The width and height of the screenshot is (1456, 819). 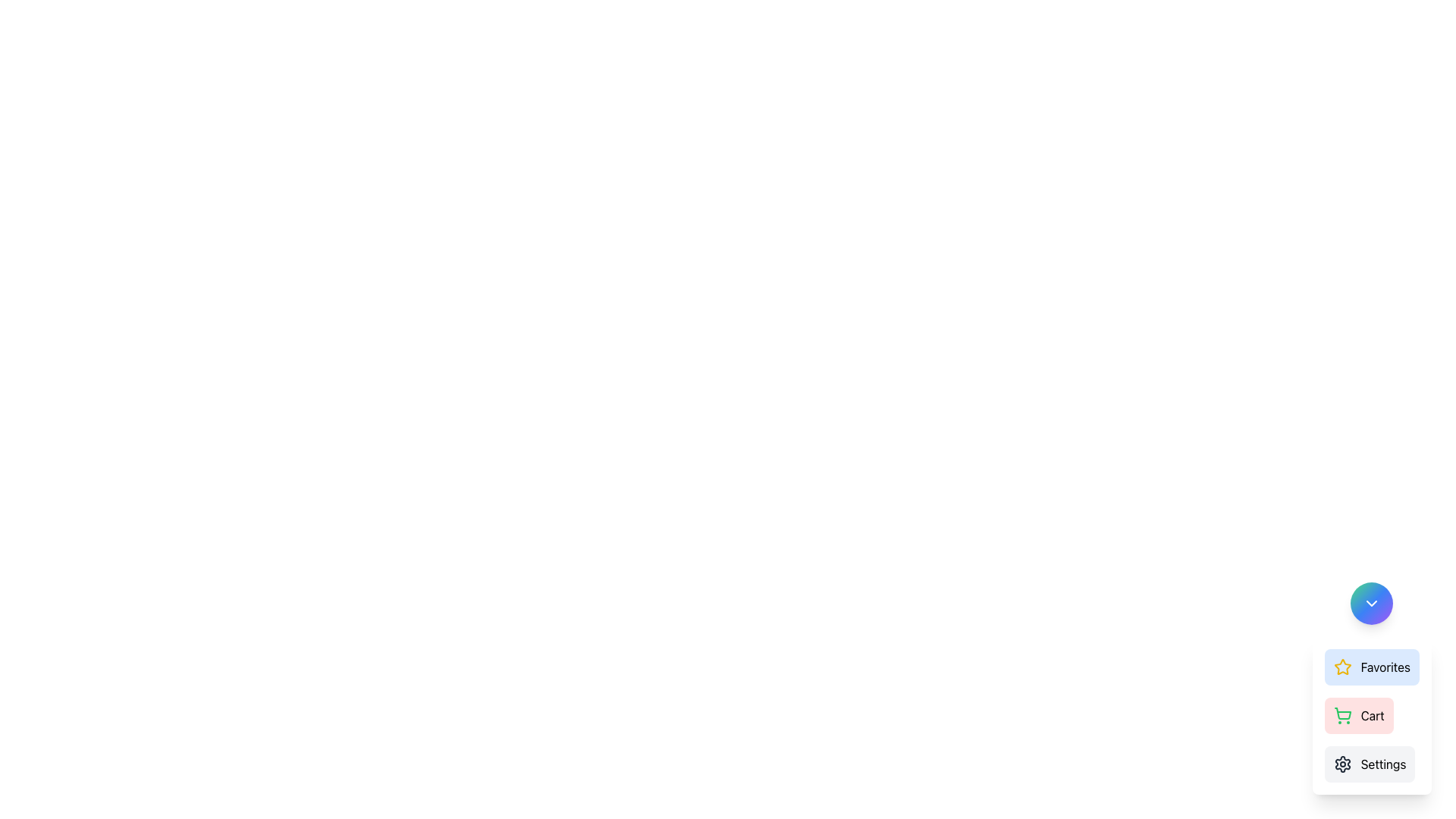 What do you see at coordinates (1342, 714) in the screenshot?
I see `the shopping cart icon, which is outlined in green on a pink background, located in the 'Cart' option of the vertical menu, positioned between 'Favorites' and 'Settings'` at bounding box center [1342, 714].